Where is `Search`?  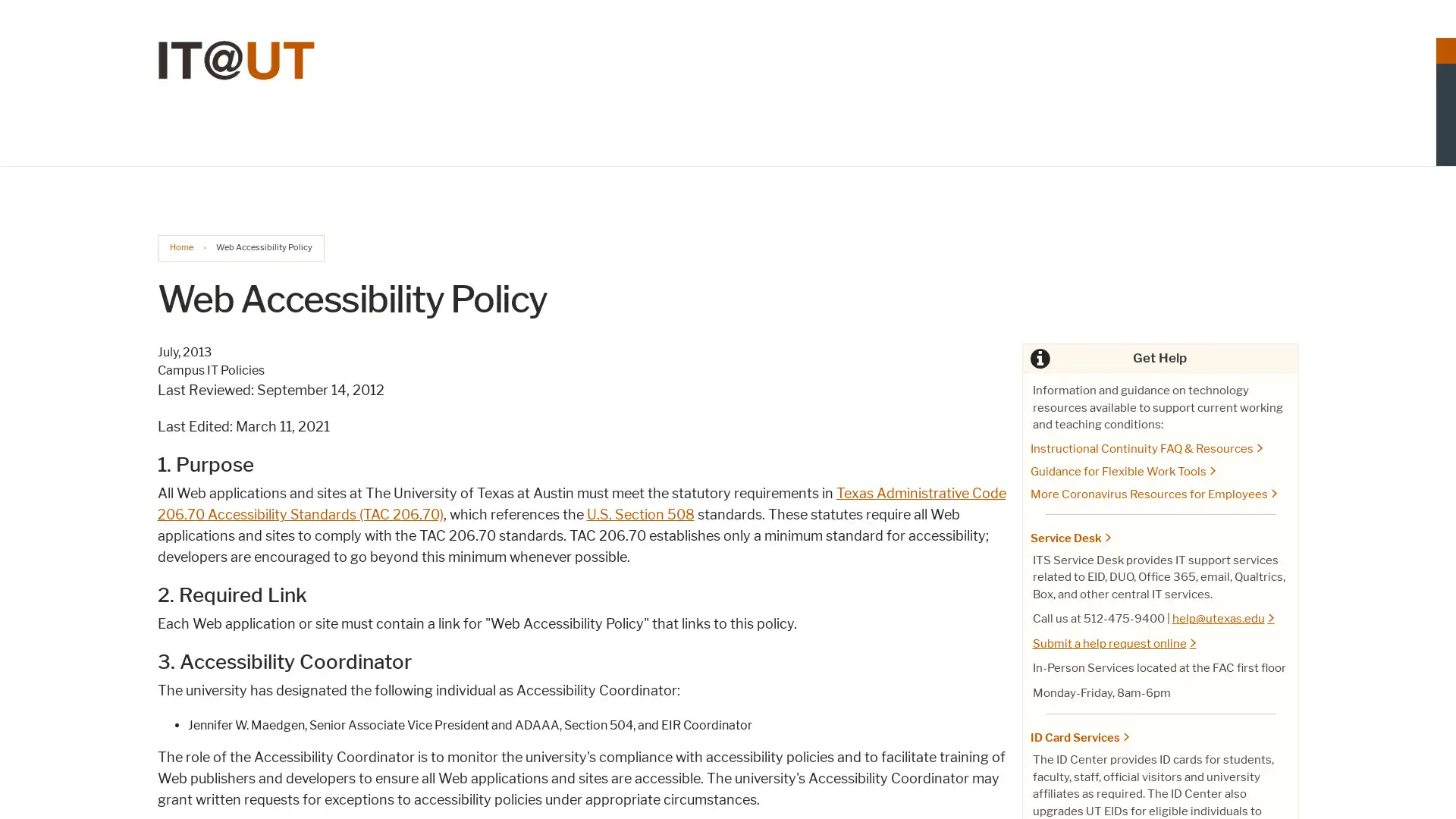 Search is located at coordinates (1282, 110).